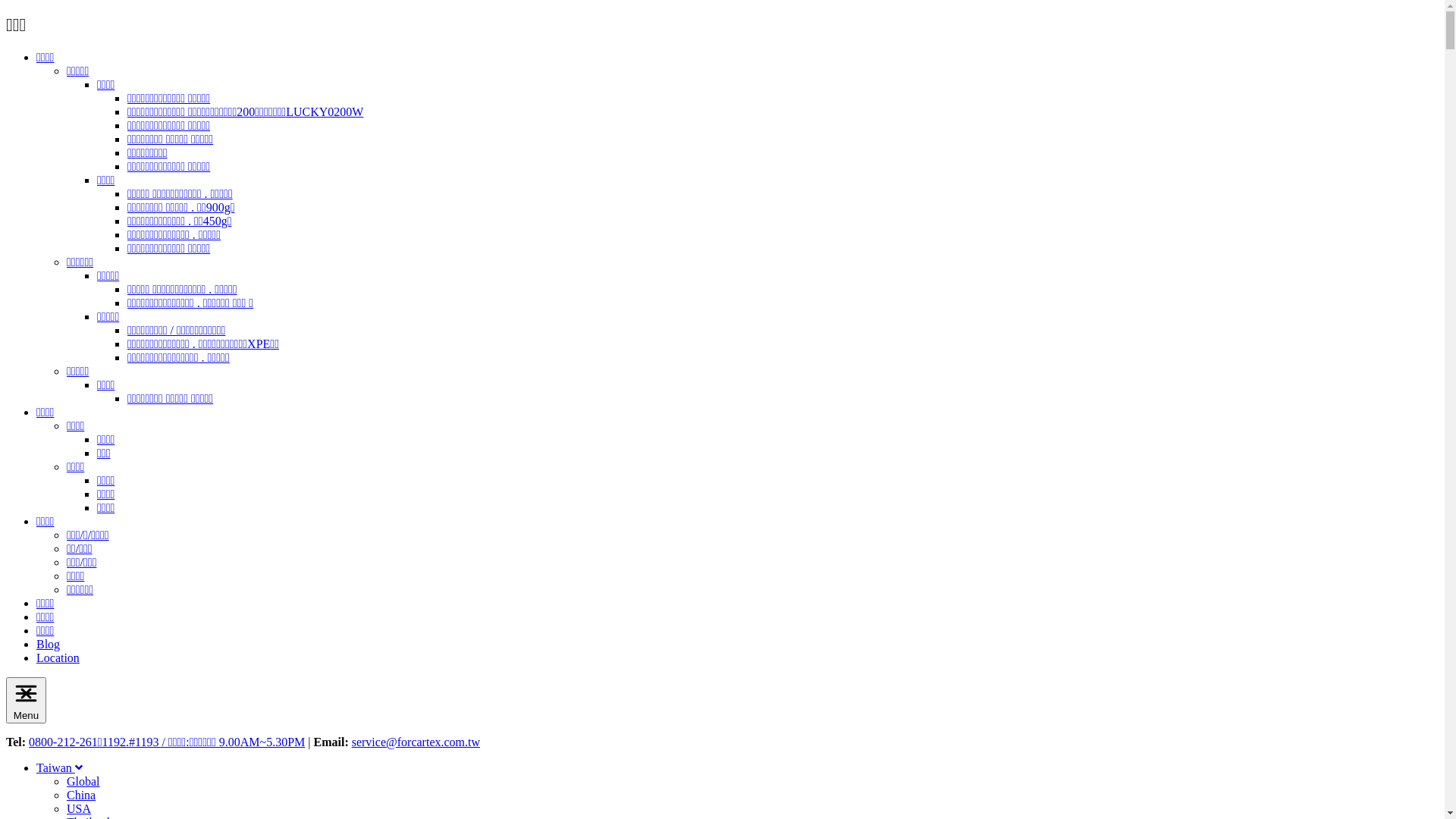  I want to click on 'Blog', so click(48, 644).